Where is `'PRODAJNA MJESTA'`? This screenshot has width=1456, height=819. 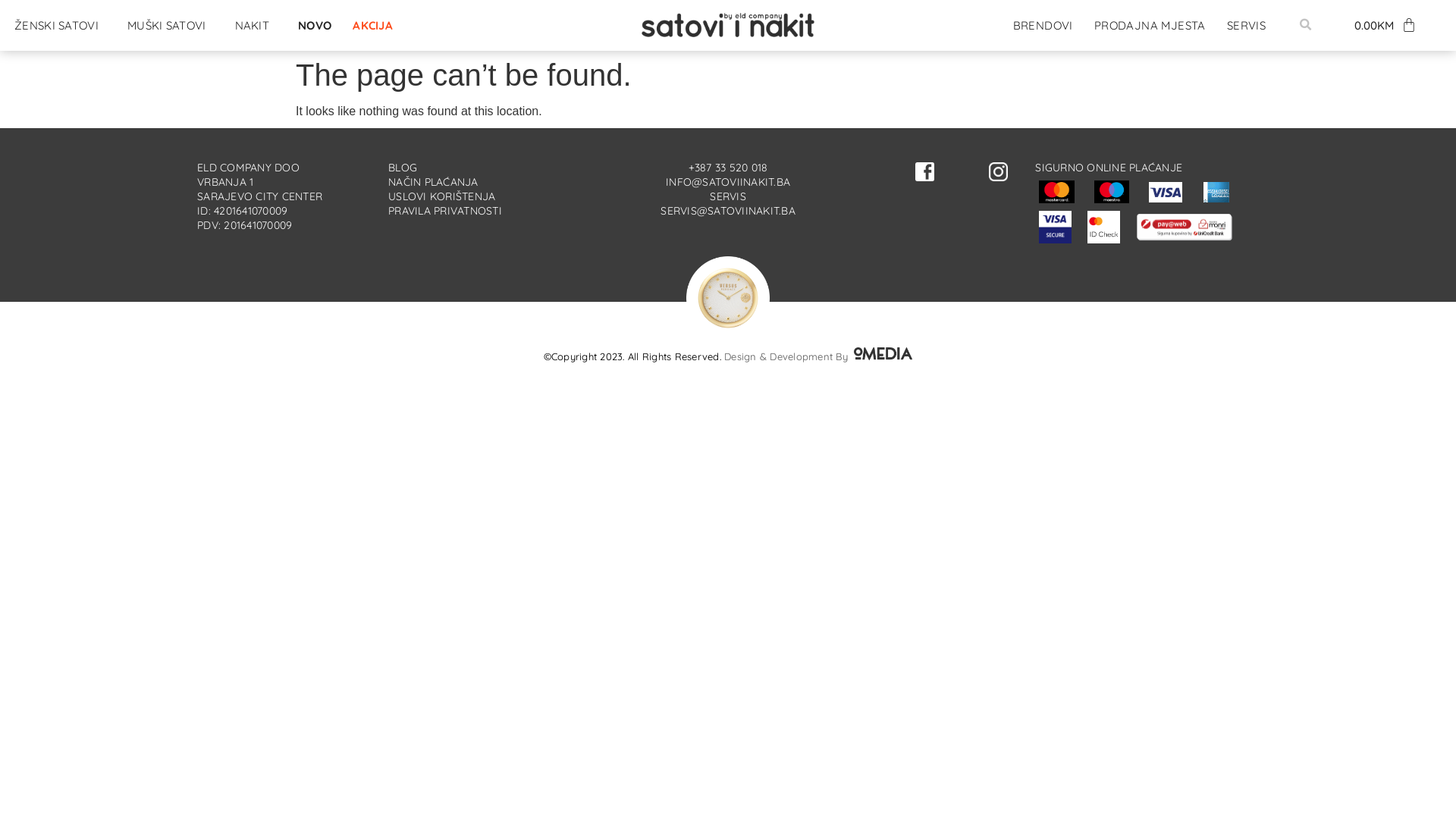 'PRODAJNA MJESTA' is located at coordinates (1150, 25).